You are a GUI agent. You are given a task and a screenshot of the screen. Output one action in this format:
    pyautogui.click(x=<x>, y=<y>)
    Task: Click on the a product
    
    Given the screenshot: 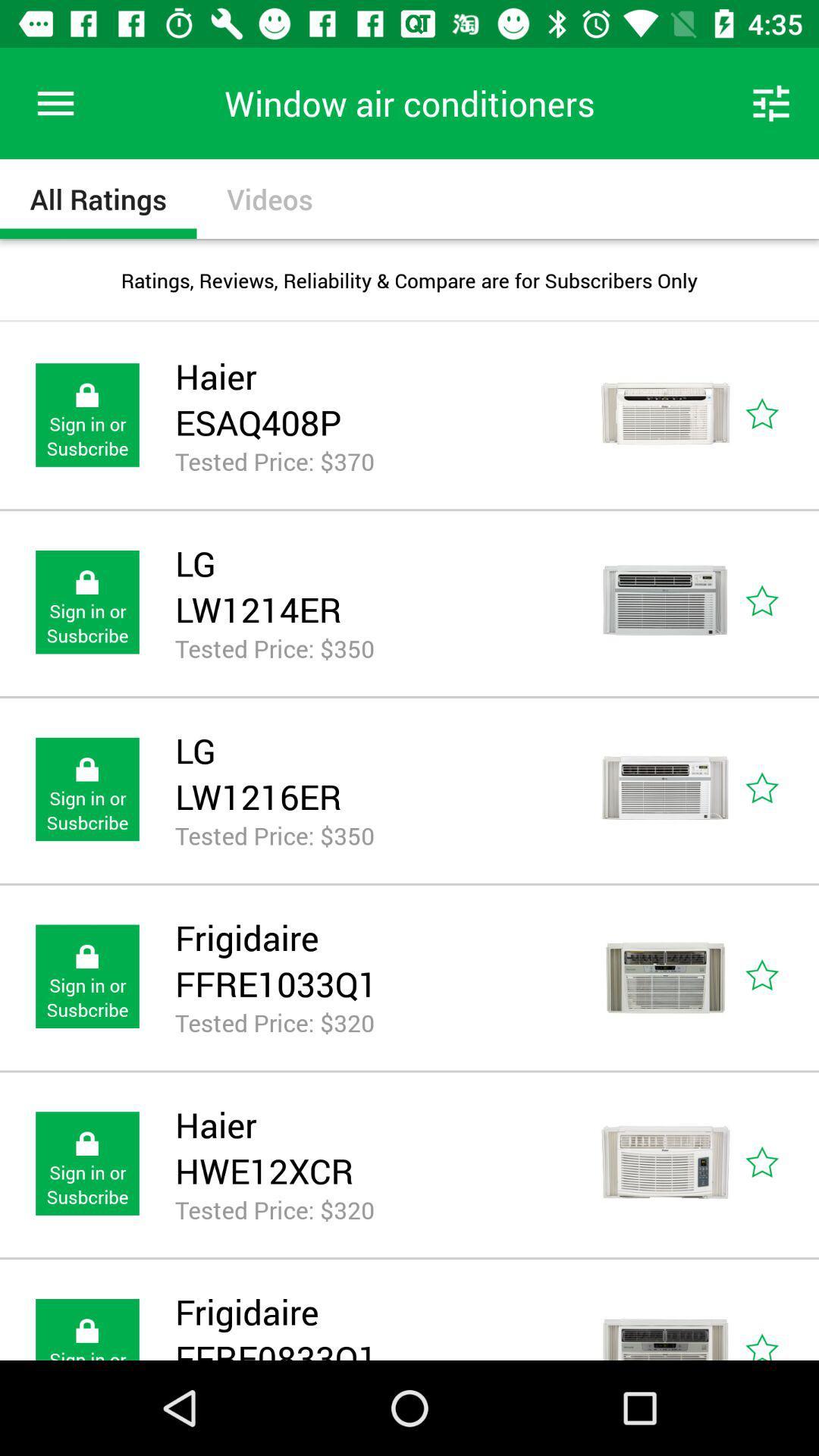 What is the action you would take?
    pyautogui.click(x=779, y=789)
    